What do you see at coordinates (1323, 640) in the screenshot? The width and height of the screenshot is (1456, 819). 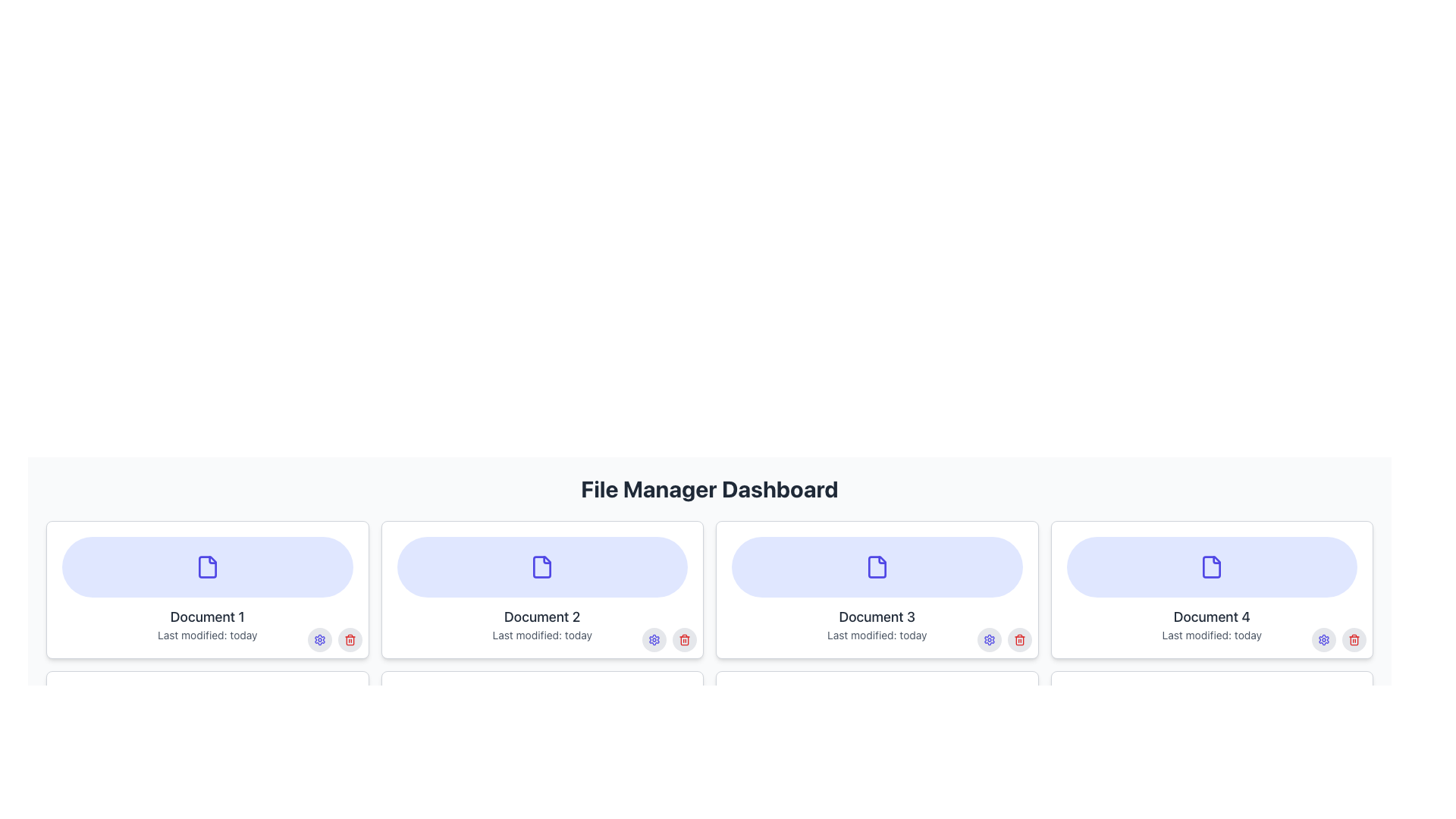 I see `the circular gray button with a blue gear icon located at the bottom-right corner of 'Document 4', which is the first button in a pair` at bounding box center [1323, 640].